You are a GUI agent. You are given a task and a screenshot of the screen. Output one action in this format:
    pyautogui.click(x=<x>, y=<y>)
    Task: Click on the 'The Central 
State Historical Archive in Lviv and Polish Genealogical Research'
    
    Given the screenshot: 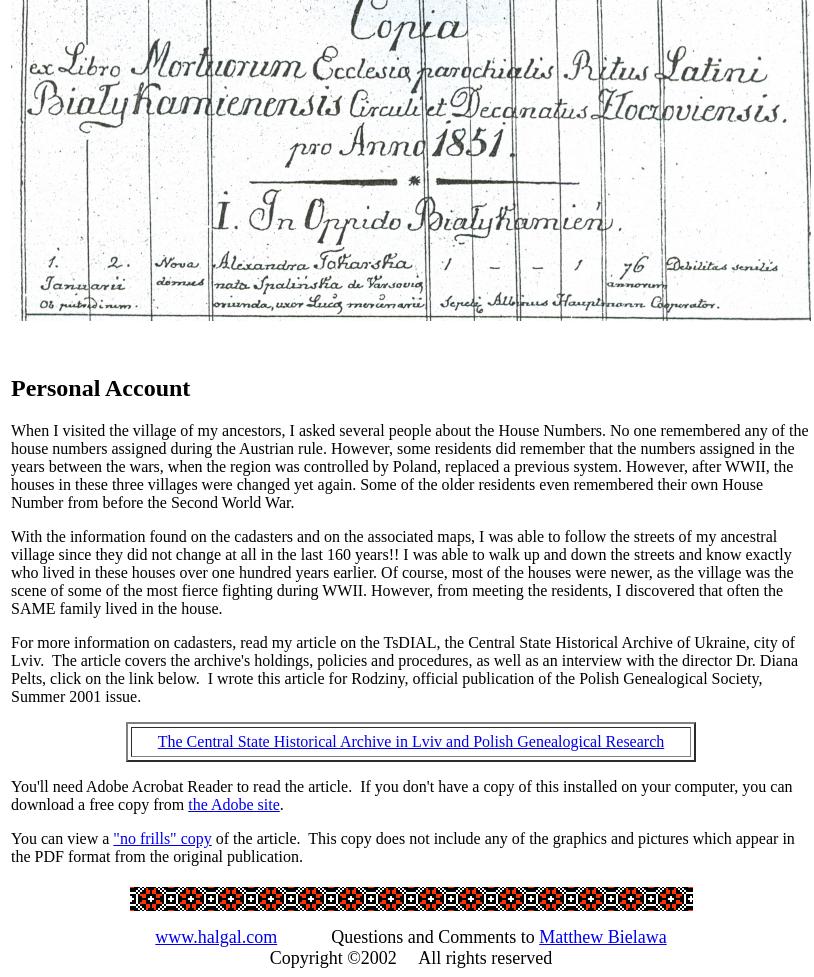 What is the action you would take?
    pyautogui.click(x=409, y=740)
    